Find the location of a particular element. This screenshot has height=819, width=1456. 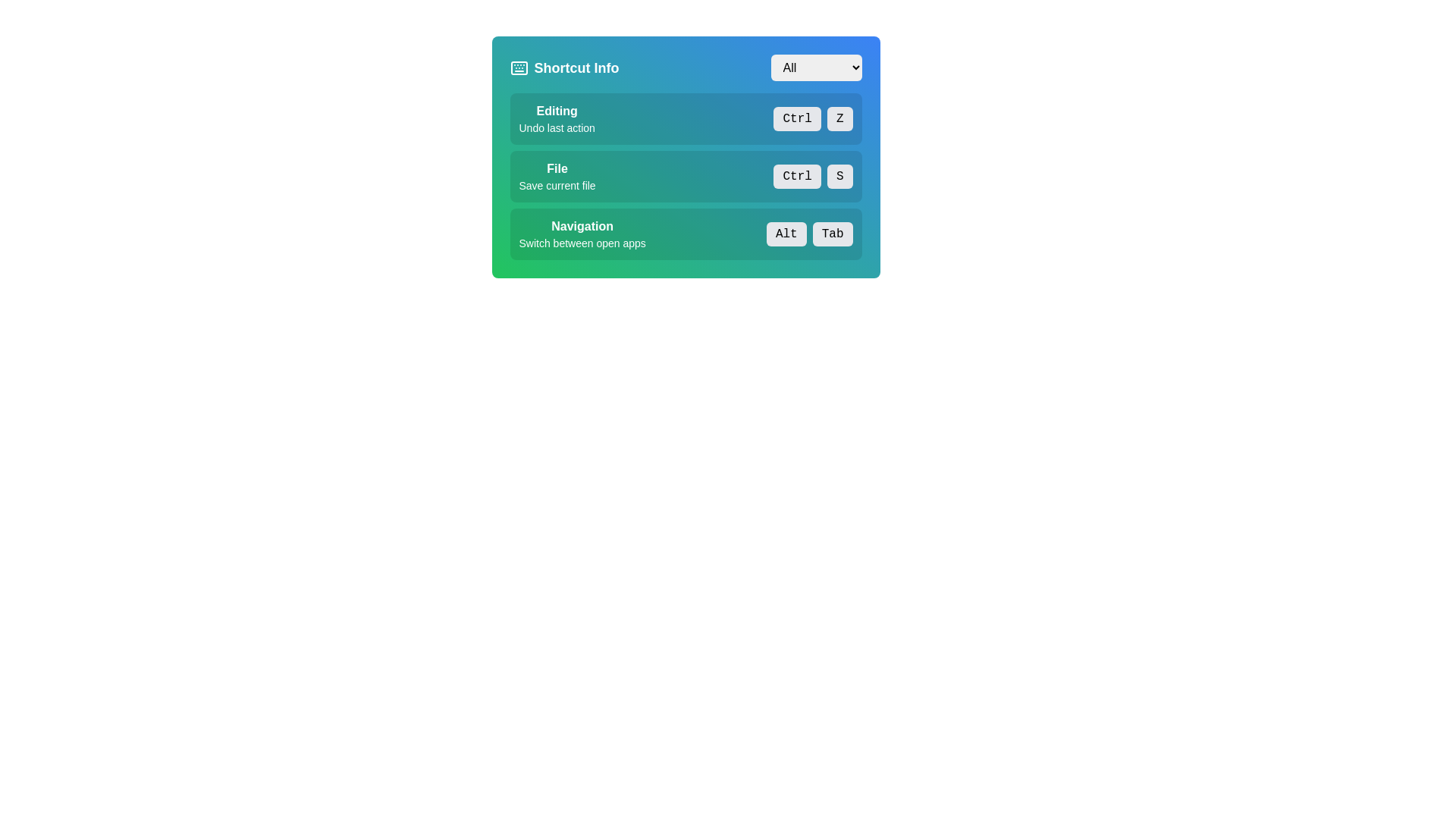

the pill-shaped button with a light gray background and black text reading 'Ctrl' located in the 'Editing' row of the 'Shortcut Info' section is located at coordinates (796, 118).